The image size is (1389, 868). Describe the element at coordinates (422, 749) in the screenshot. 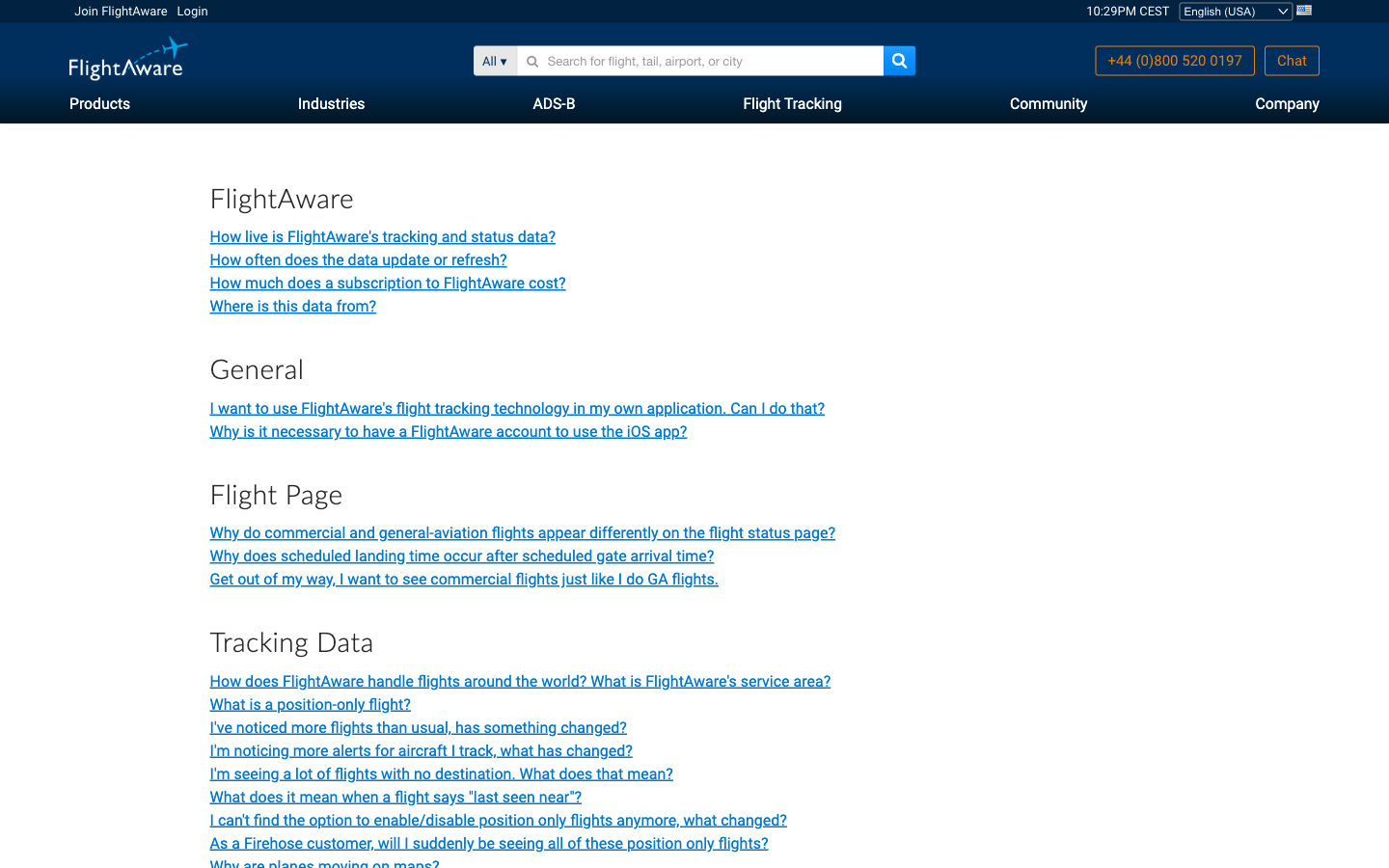

I see `Validate the live tracking and status information provided by FlightAware` at that location.